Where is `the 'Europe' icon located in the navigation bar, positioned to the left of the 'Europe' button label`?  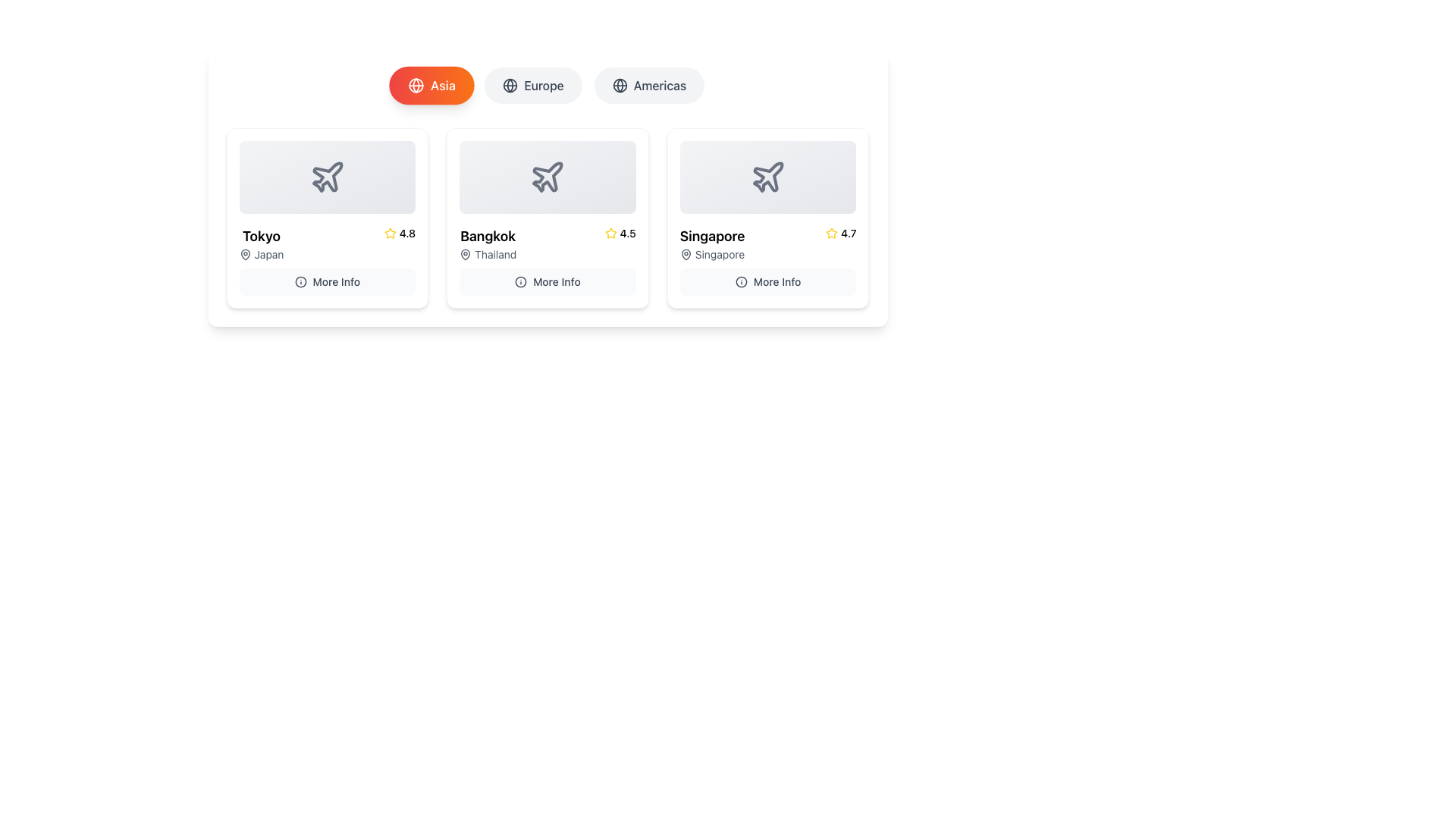
the 'Europe' icon located in the navigation bar, positioned to the left of the 'Europe' button label is located at coordinates (510, 85).